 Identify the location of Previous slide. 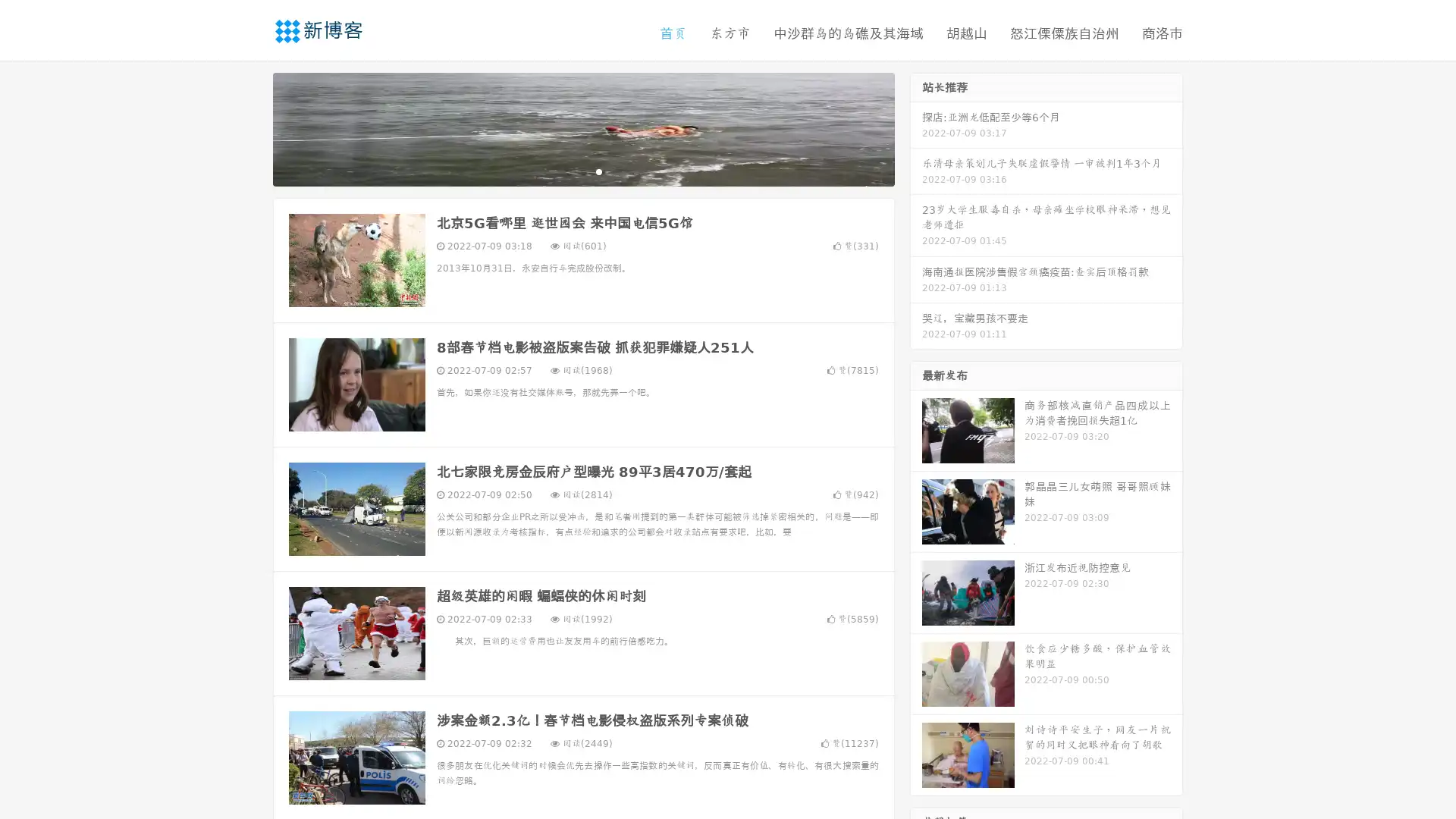
(250, 127).